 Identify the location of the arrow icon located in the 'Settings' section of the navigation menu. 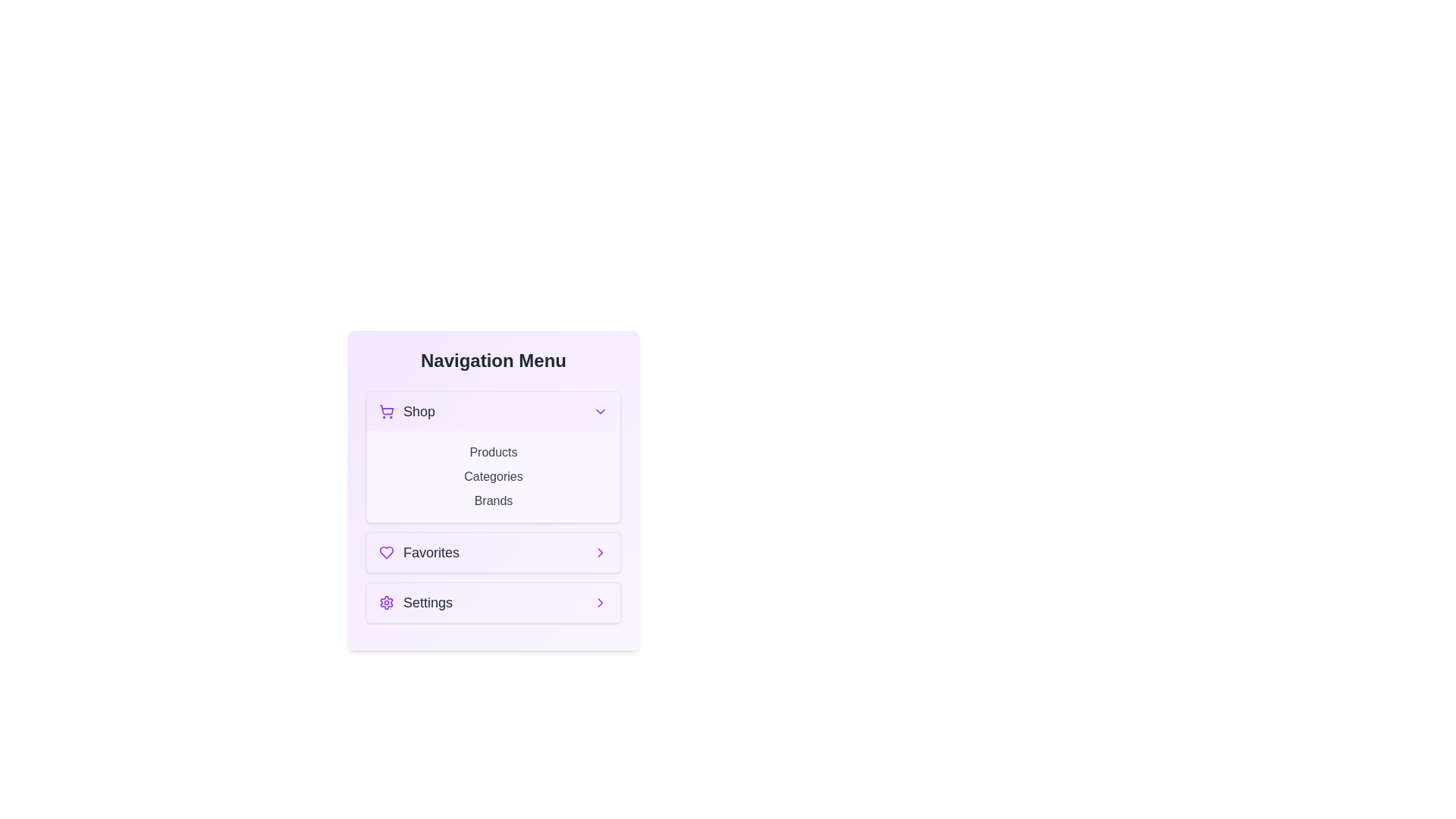
(600, 601).